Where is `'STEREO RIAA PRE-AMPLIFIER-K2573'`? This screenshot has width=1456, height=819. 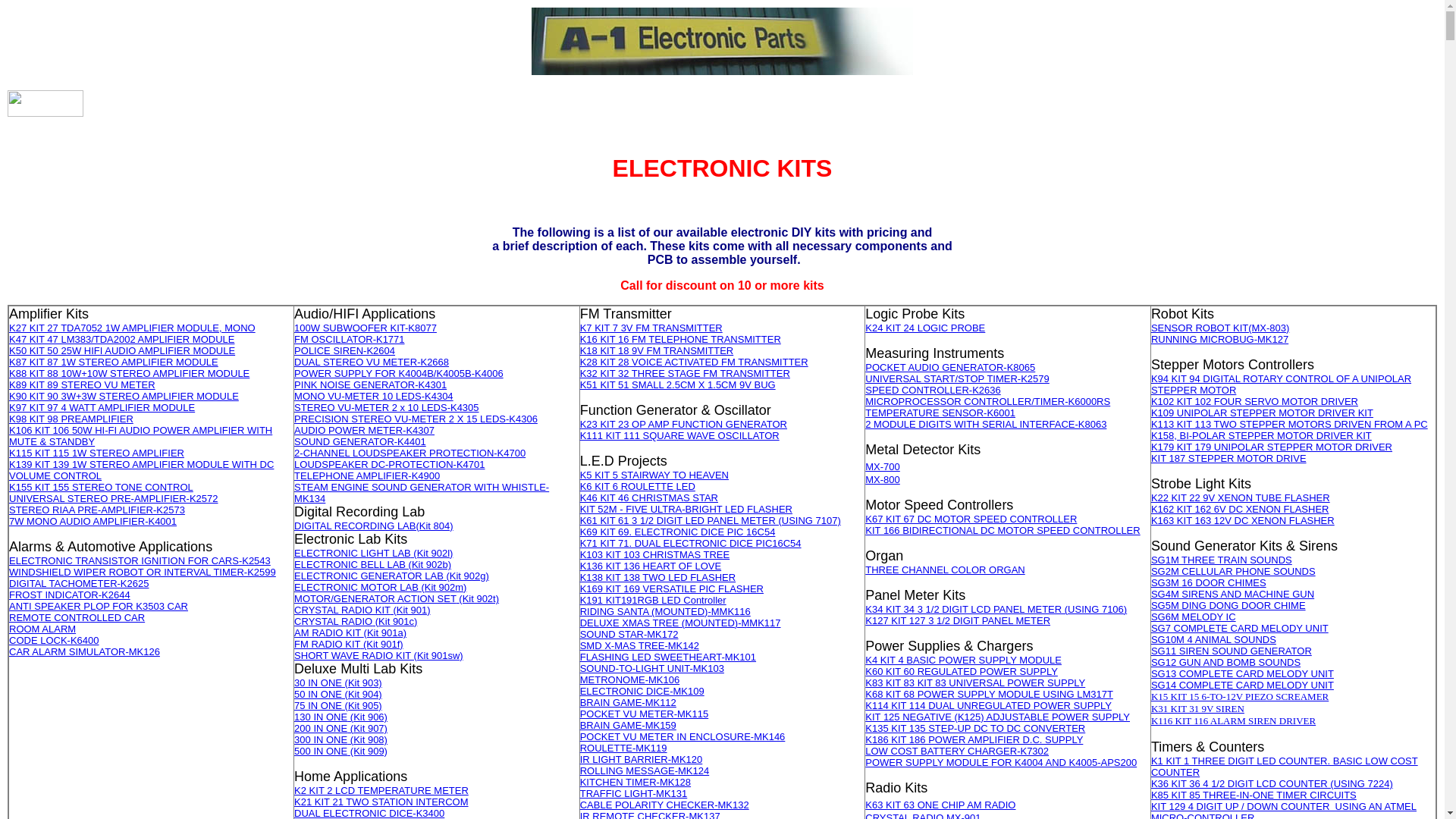 'STEREO RIAA PRE-AMPLIFIER-K2573' is located at coordinates (96, 510).